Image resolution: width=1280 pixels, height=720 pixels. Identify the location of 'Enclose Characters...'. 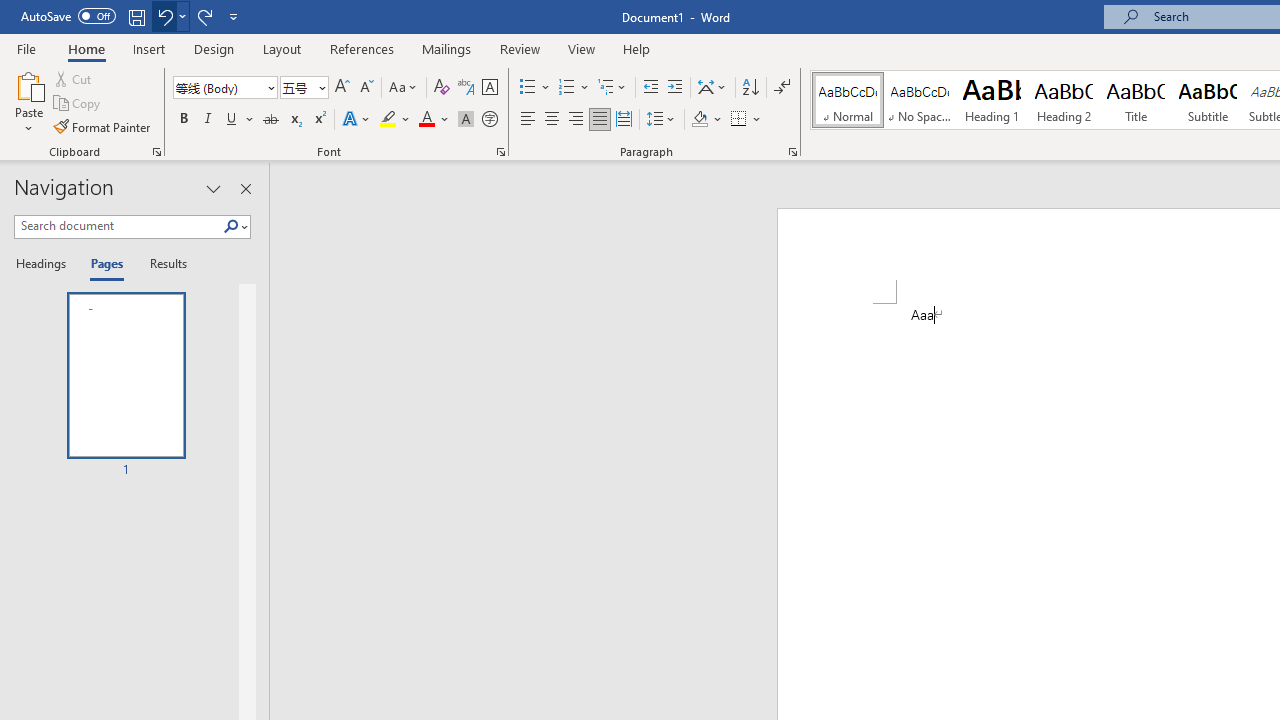
(489, 119).